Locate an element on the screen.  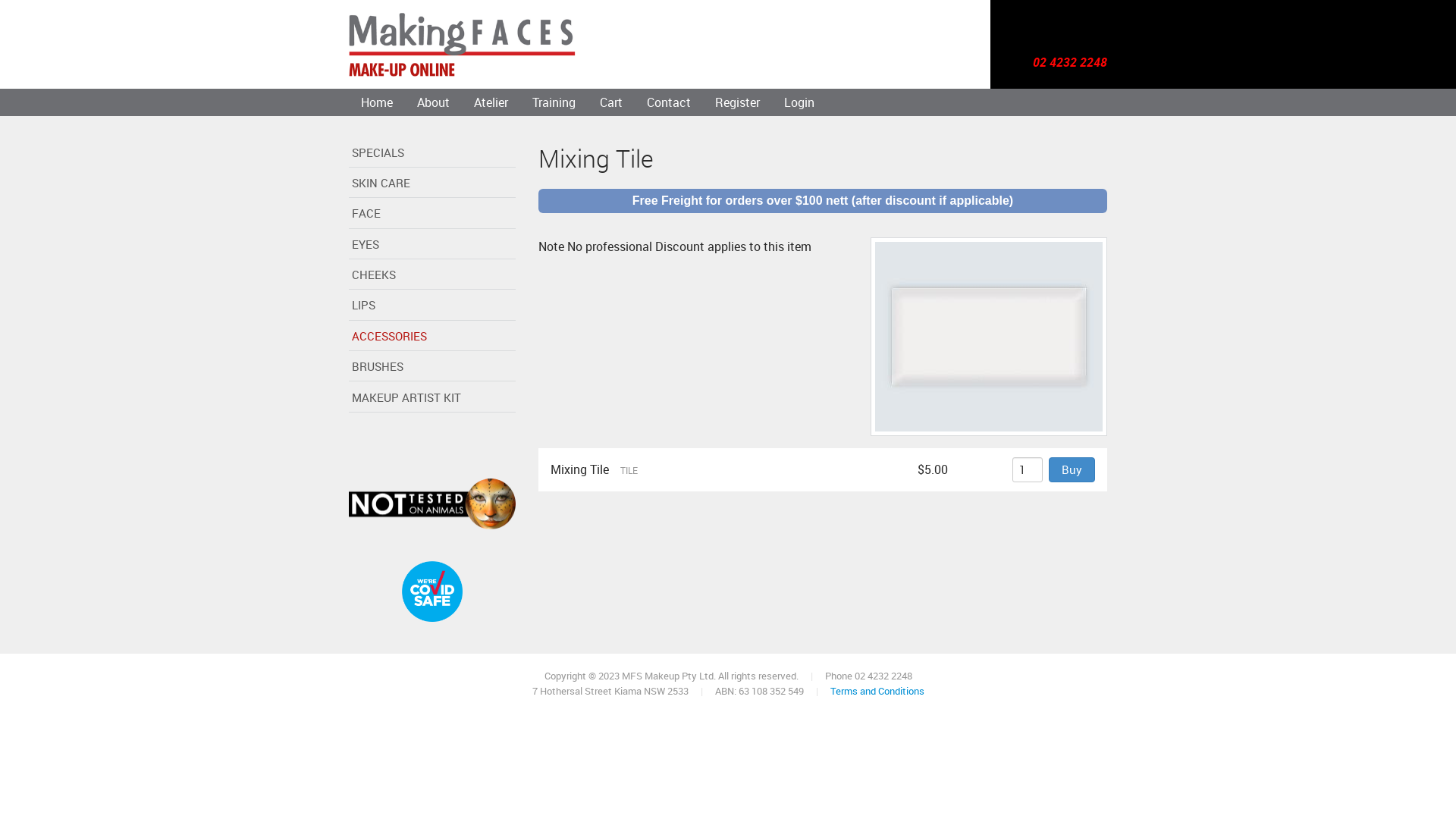
'EYES' is located at coordinates (431, 245).